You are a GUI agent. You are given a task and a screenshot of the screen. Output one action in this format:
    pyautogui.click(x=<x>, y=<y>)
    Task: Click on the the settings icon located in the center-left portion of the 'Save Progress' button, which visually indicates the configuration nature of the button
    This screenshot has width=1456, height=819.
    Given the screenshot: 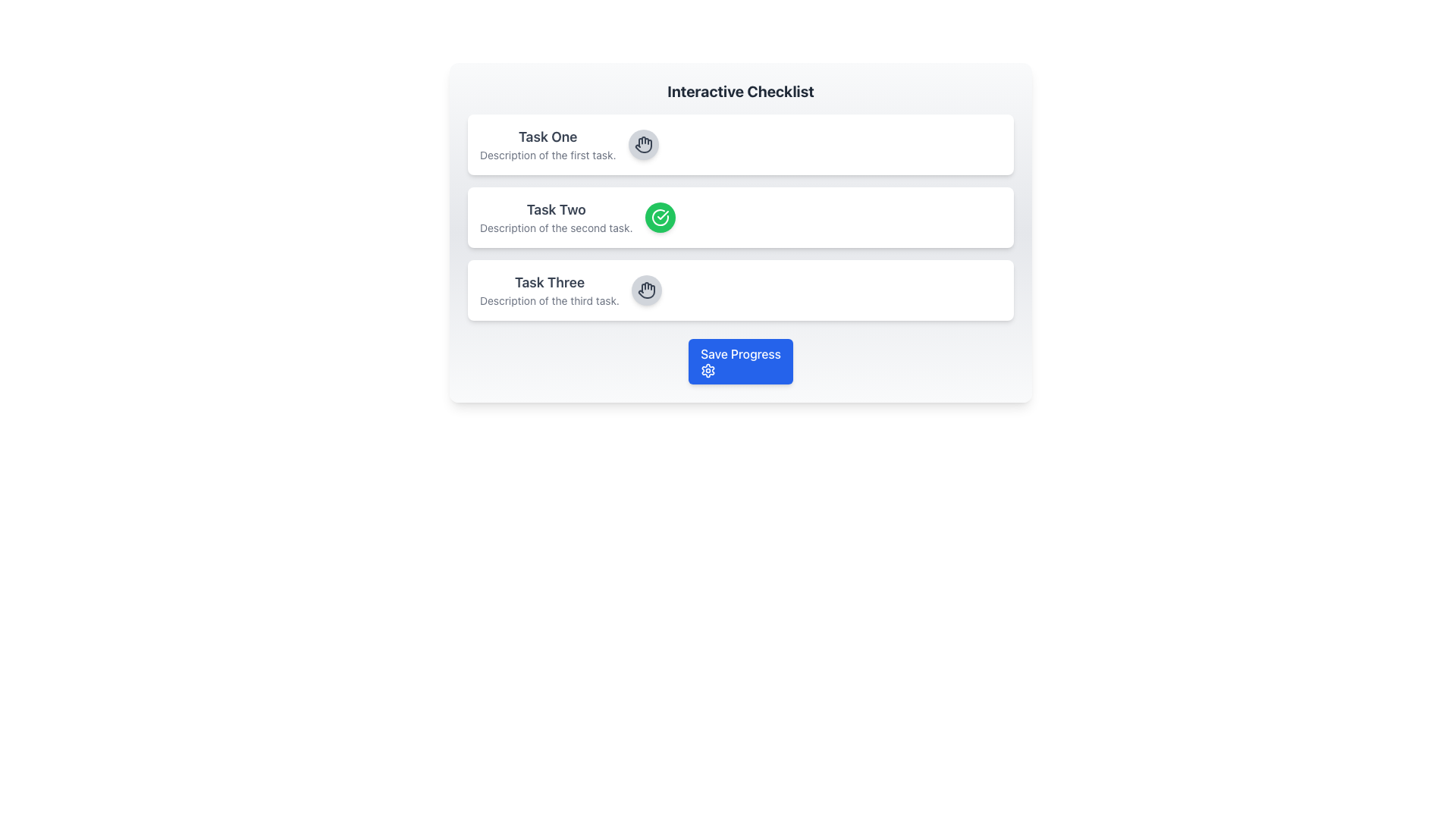 What is the action you would take?
    pyautogui.click(x=708, y=371)
    